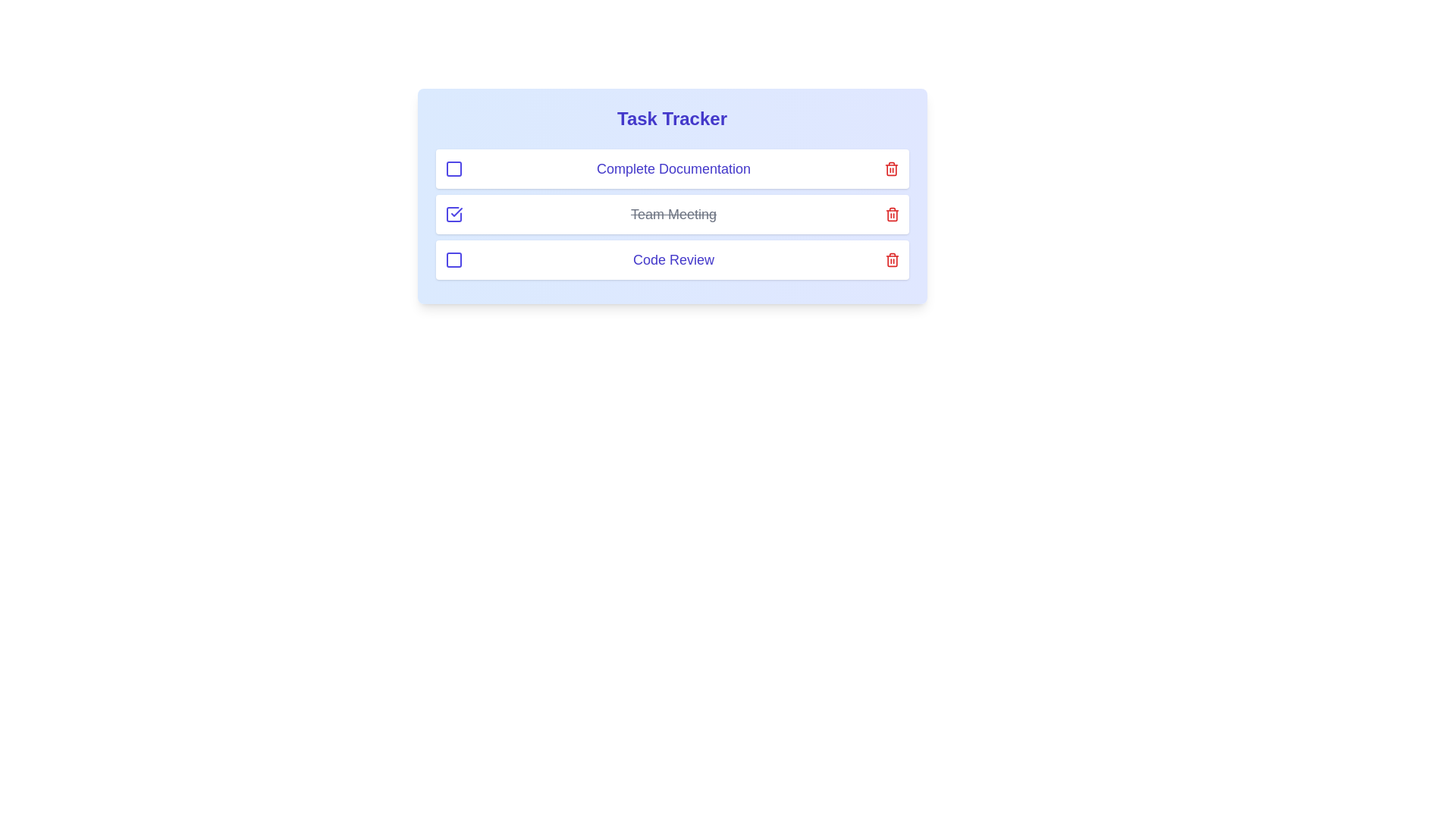 This screenshot has height=819, width=1456. Describe the element at coordinates (453, 259) in the screenshot. I see `the square-shaped checkbox with a blue border located within the 'Code Review' task card` at that location.